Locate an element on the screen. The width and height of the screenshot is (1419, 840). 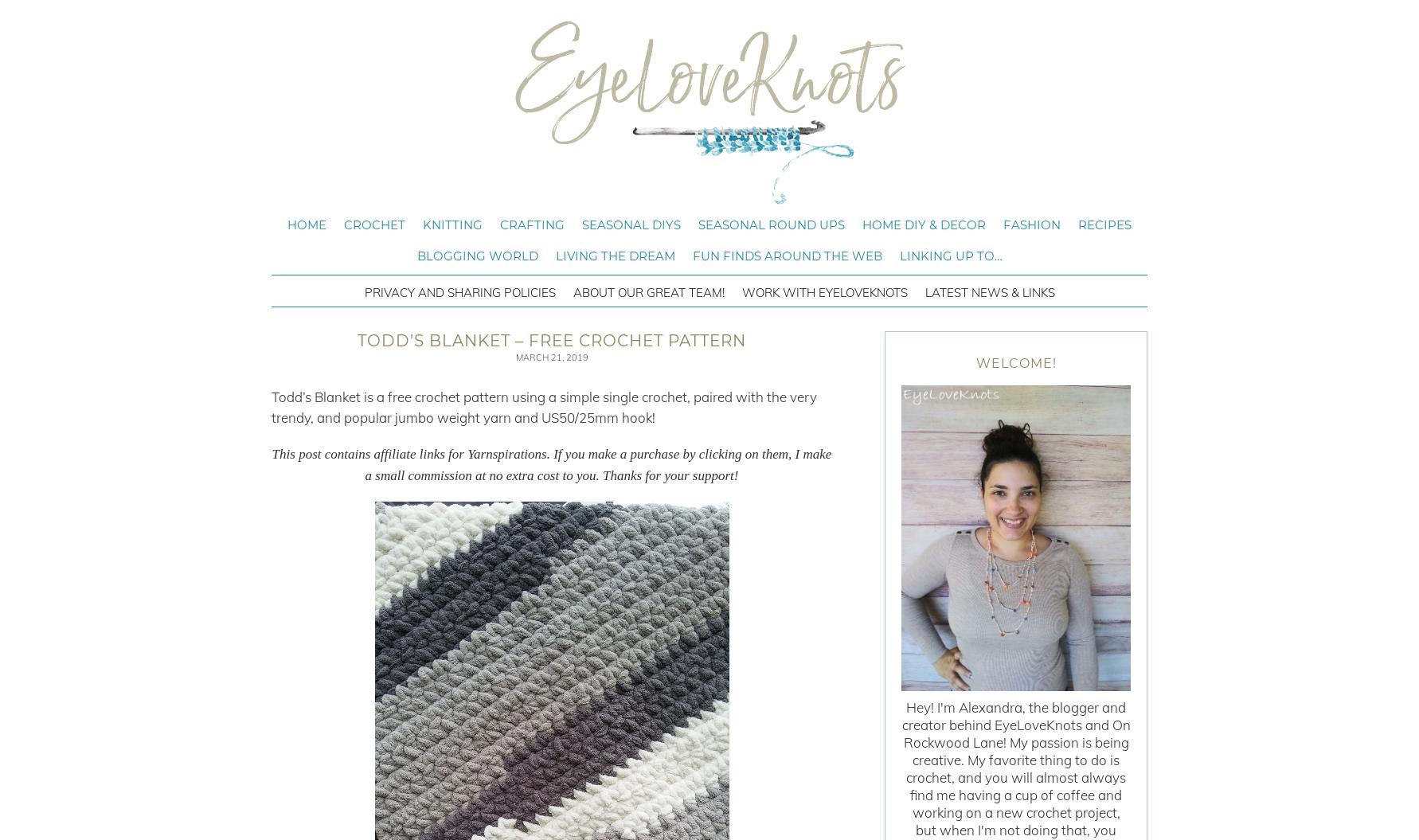
'Fashion' is located at coordinates (1032, 225).